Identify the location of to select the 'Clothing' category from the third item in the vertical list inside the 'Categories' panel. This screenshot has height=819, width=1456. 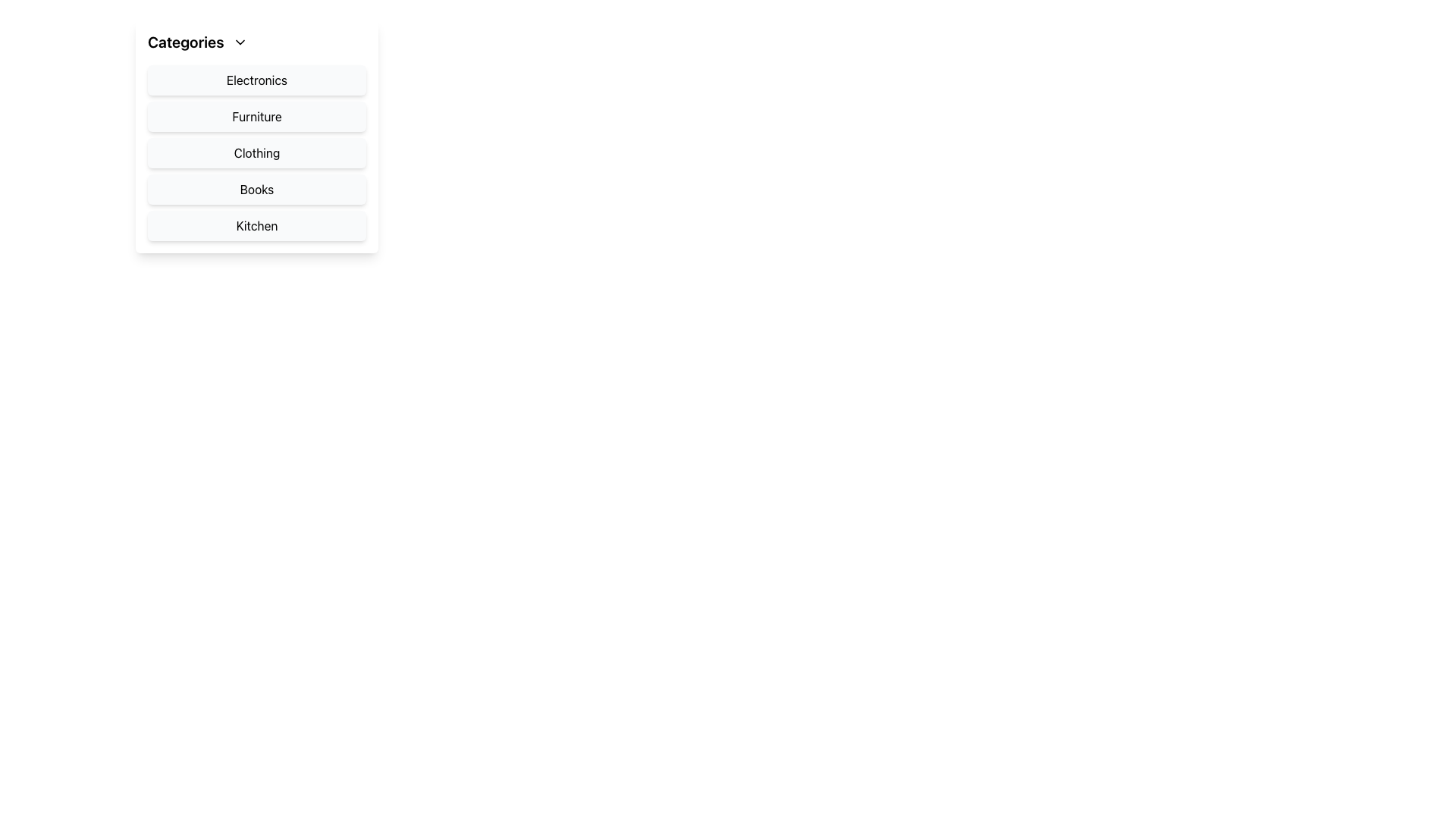
(257, 152).